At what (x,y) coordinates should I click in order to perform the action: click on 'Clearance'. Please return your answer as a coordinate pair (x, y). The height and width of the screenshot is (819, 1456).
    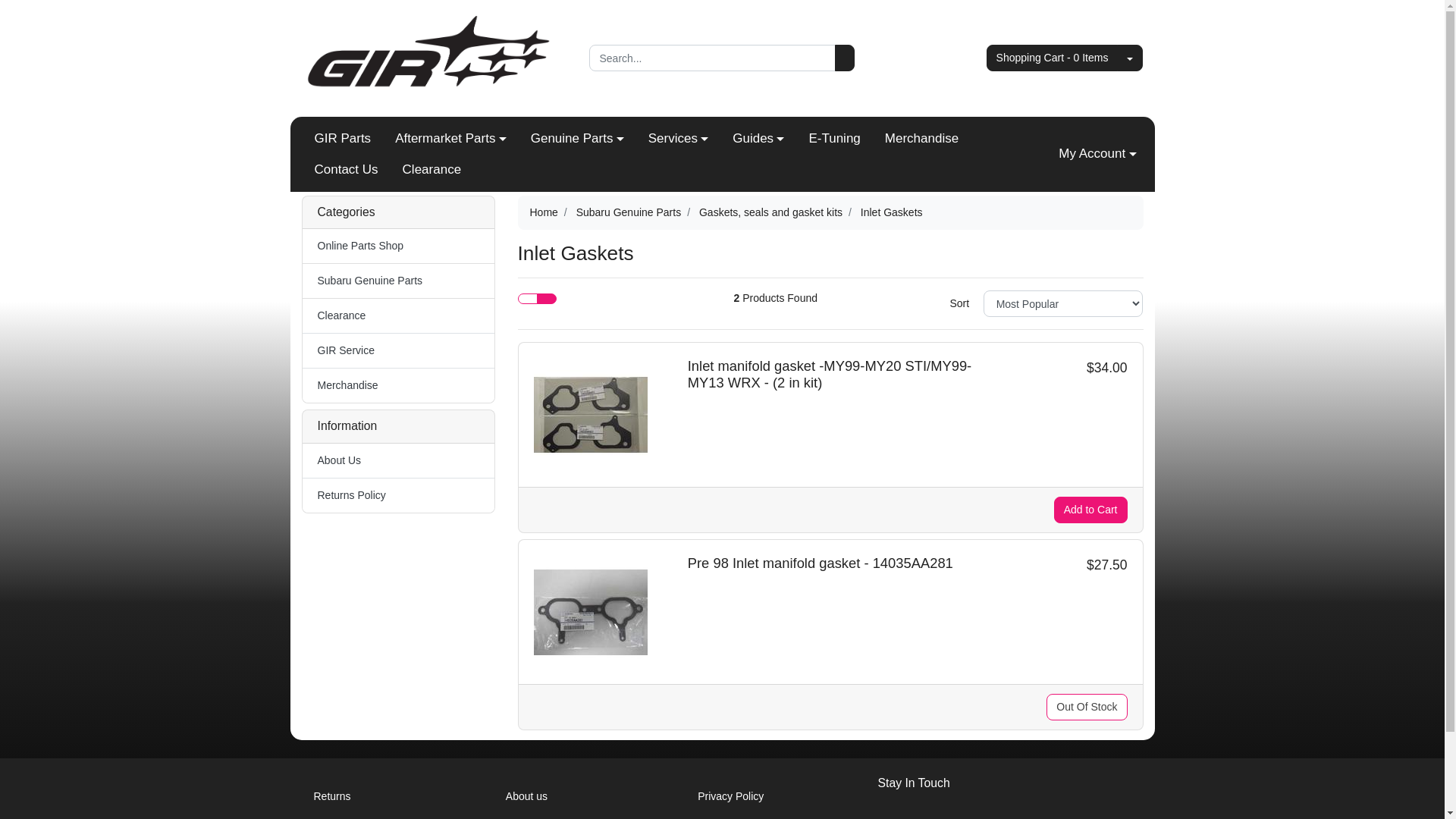
    Looking at the image, I should click on (397, 315).